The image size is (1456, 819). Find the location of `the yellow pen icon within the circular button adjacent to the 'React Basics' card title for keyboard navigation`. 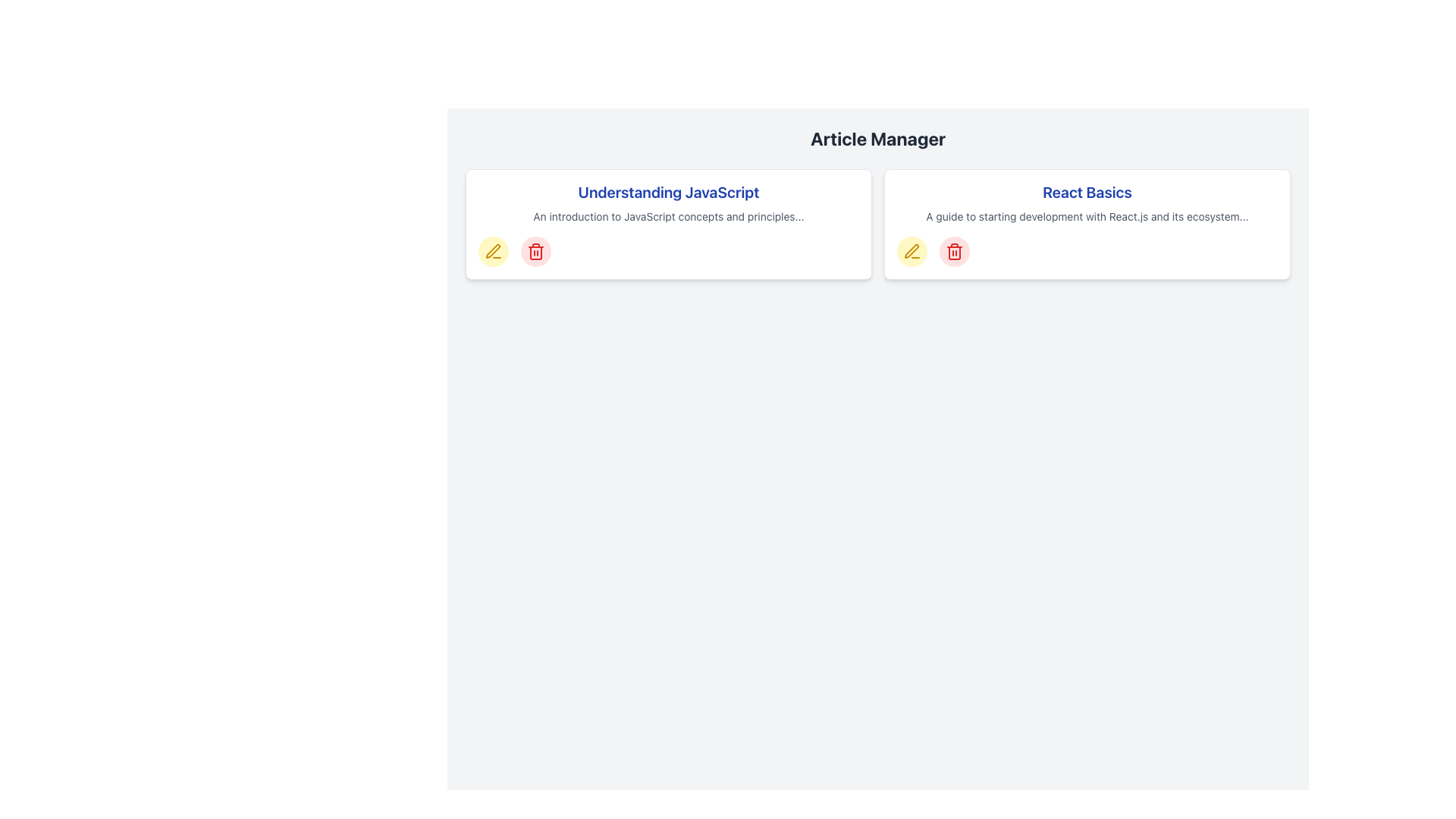

the yellow pen icon within the circular button adjacent to the 'React Basics' card title for keyboard navigation is located at coordinates (912, 250).